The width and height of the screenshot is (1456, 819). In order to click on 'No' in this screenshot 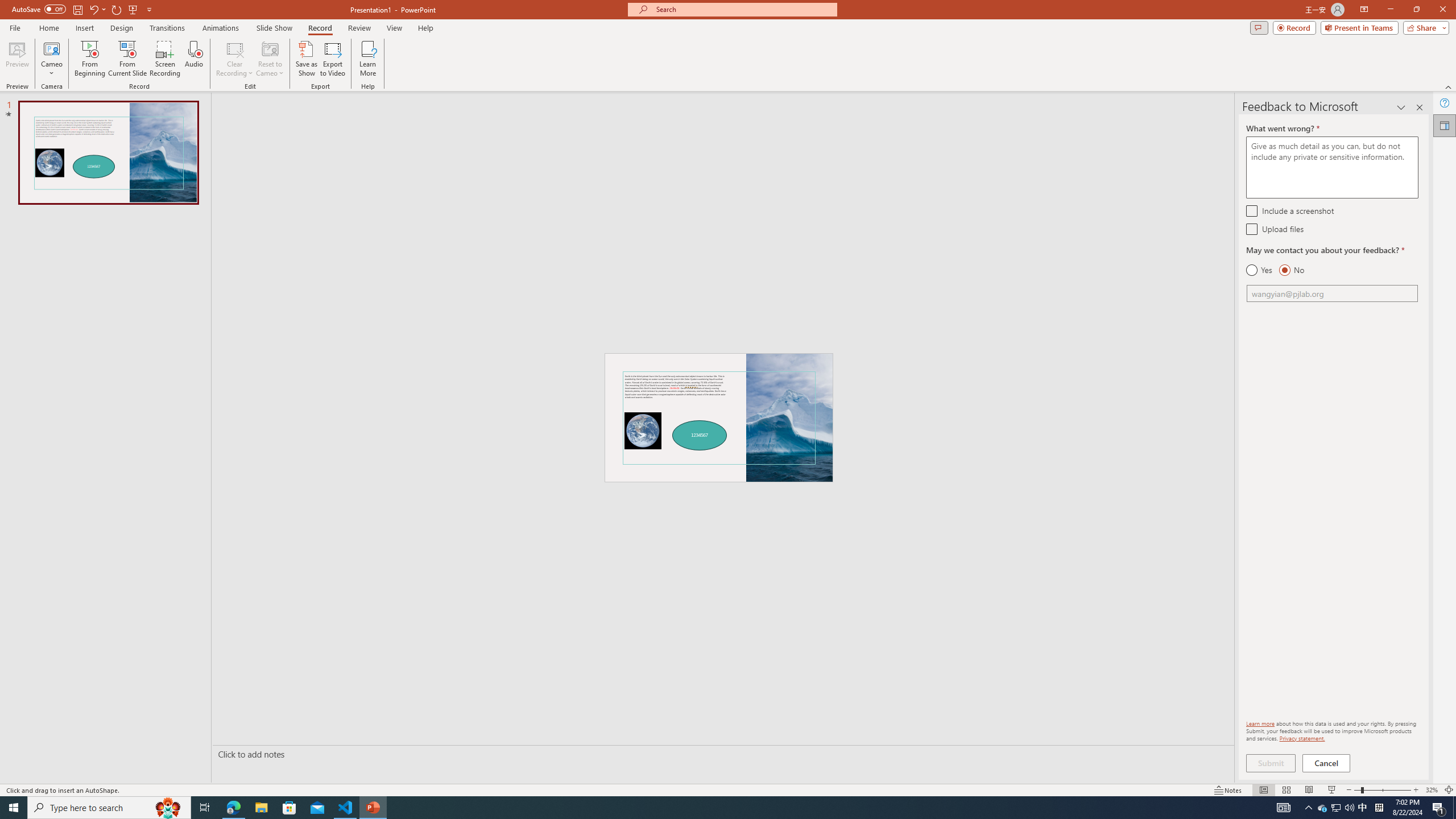, I will do `click(1291, 270)`.